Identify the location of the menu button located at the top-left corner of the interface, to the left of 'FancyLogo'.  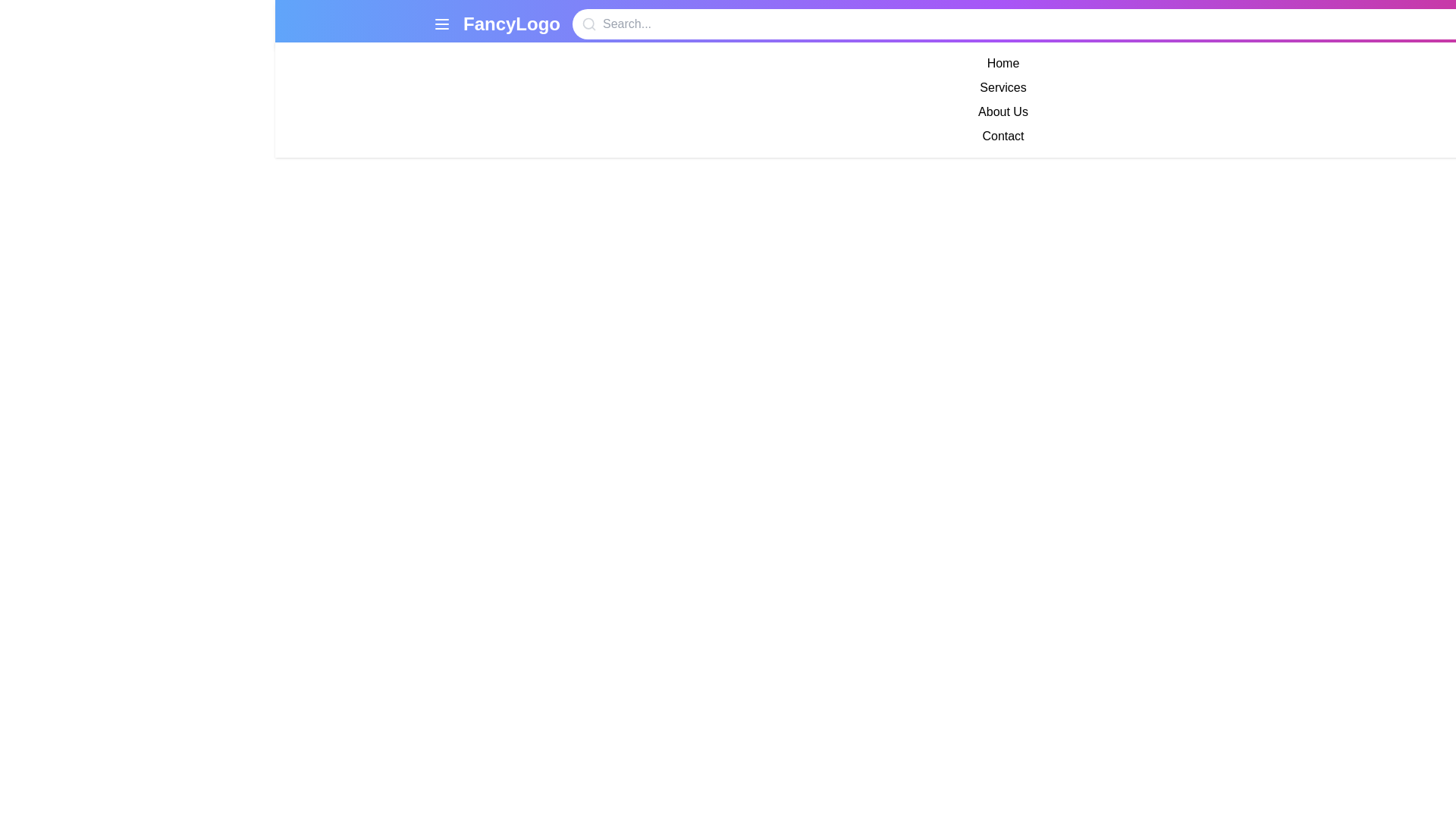
(441, 24).